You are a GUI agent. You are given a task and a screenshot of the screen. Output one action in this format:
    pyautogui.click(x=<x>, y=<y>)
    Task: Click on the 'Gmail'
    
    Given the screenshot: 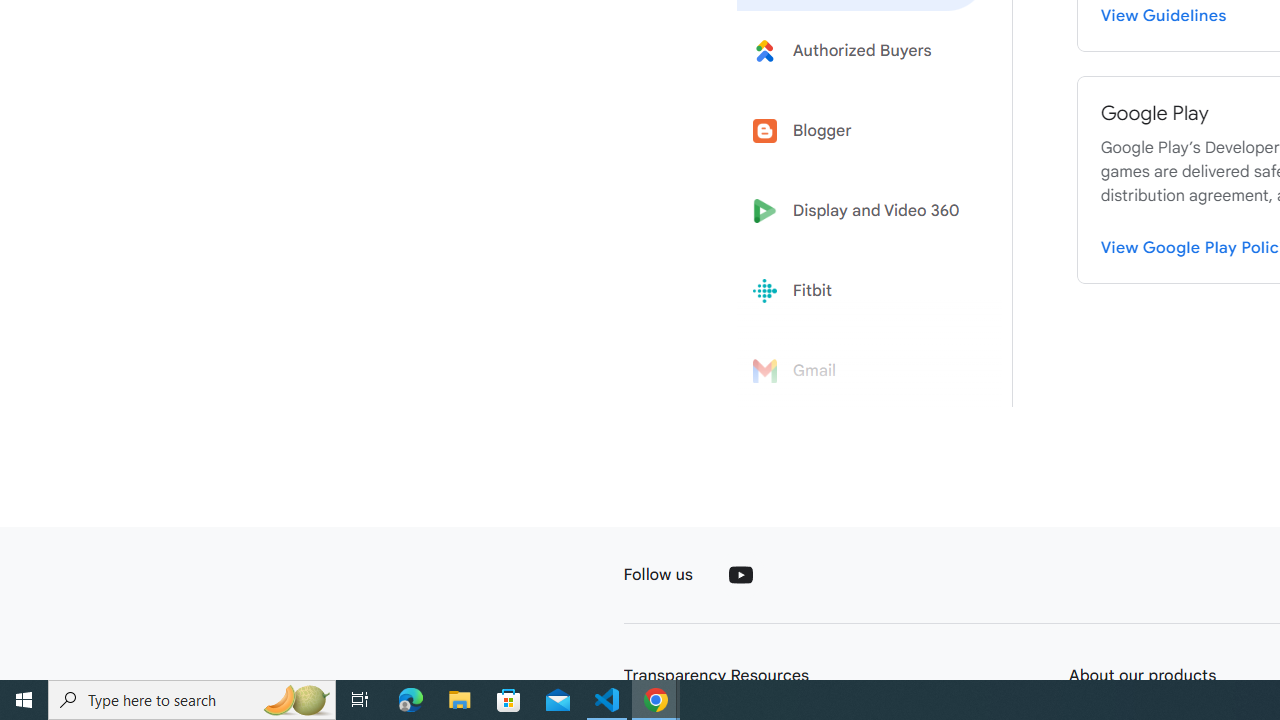 What is the action you would take?
    pyautogui.click(x=862, y=371)
    